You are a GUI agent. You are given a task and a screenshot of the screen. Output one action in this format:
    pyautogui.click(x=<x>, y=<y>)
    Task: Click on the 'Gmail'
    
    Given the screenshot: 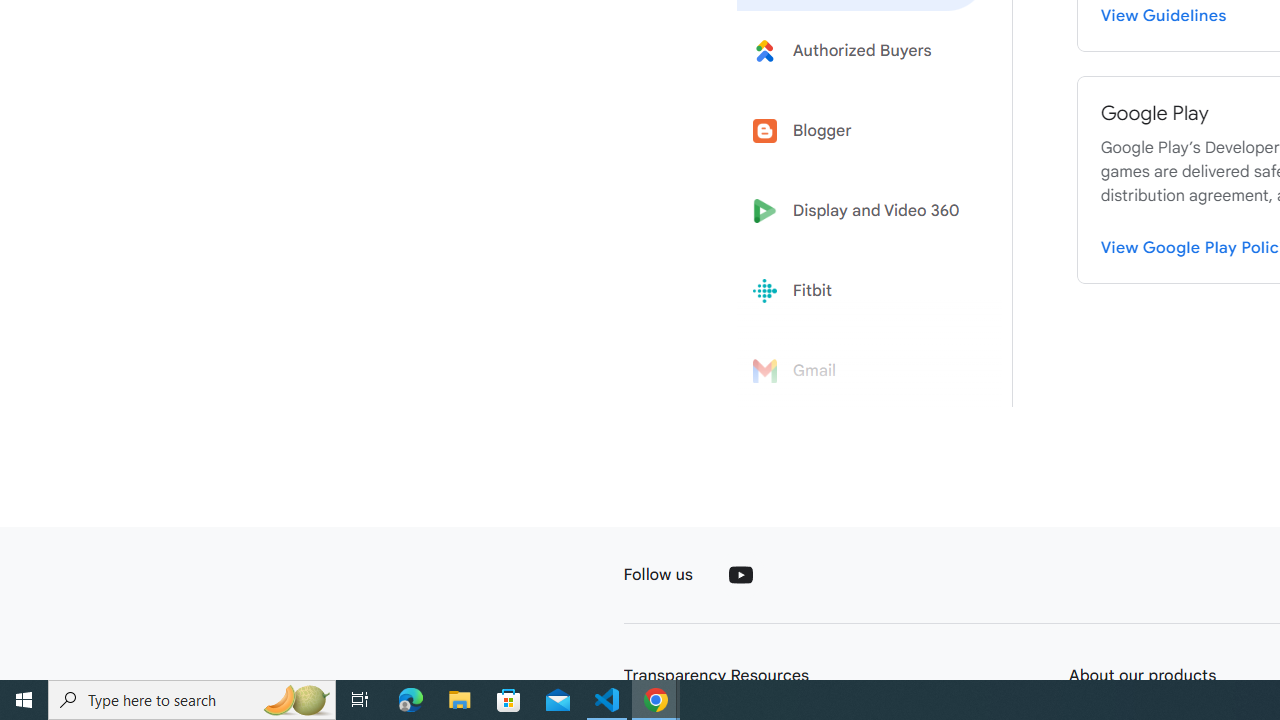 What is the action you would take?
    pyautogui.click(x=862, y=371)
    